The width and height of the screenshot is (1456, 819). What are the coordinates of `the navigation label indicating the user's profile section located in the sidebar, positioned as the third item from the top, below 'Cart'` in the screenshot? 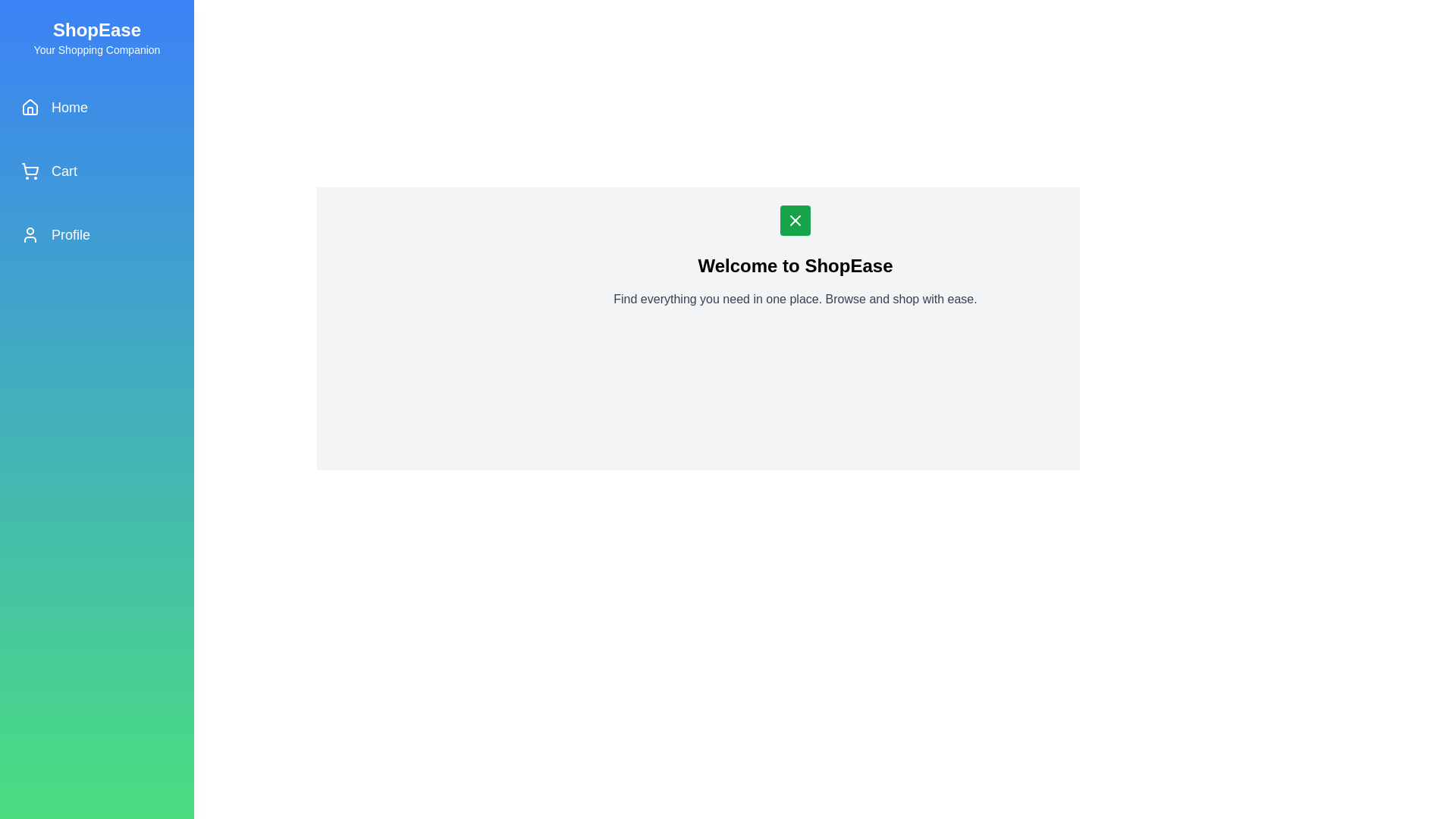 It's located at (70, 234).